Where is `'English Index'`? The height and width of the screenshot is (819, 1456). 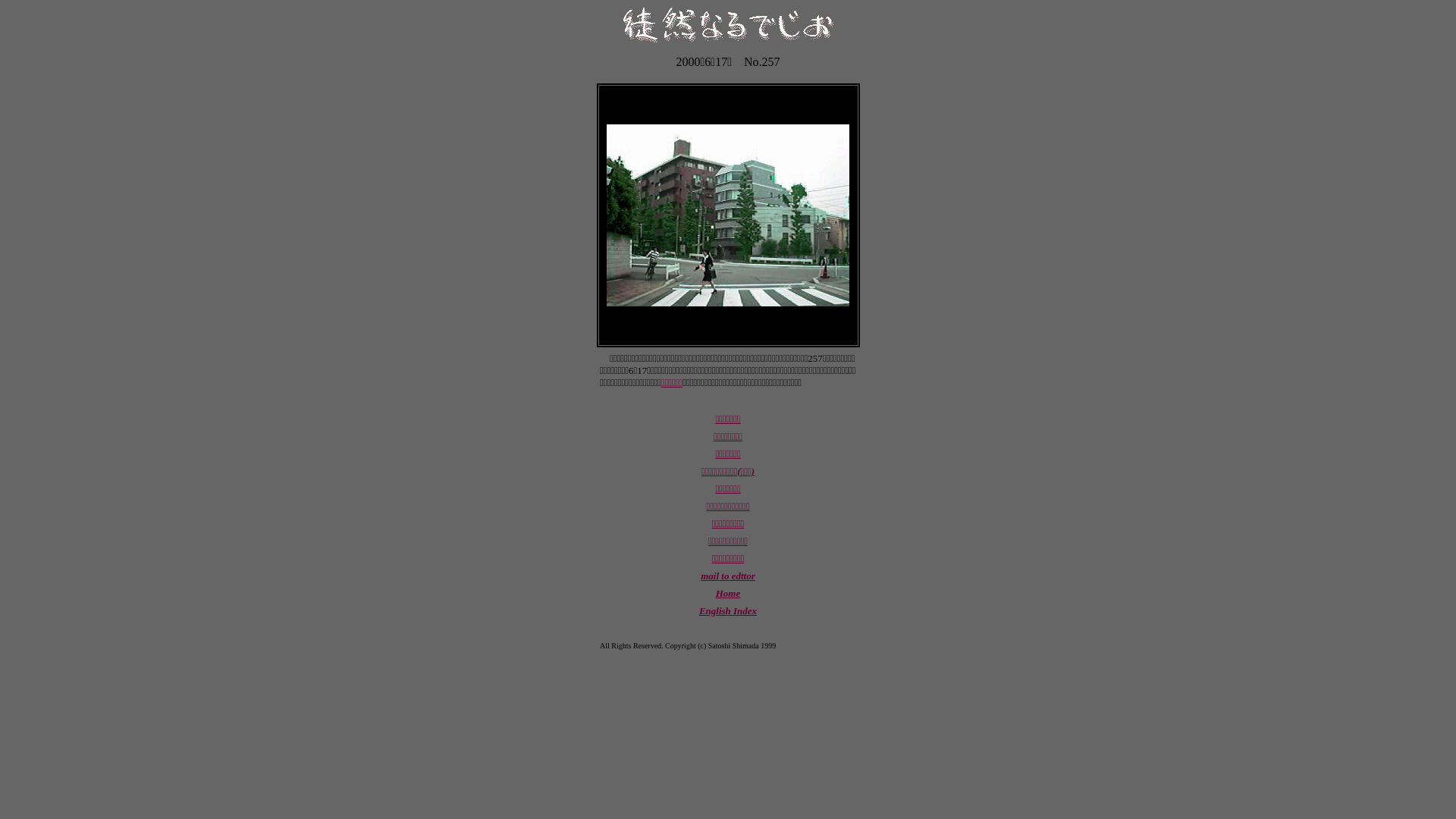 'English Index' is located at coordinates (728, 610).